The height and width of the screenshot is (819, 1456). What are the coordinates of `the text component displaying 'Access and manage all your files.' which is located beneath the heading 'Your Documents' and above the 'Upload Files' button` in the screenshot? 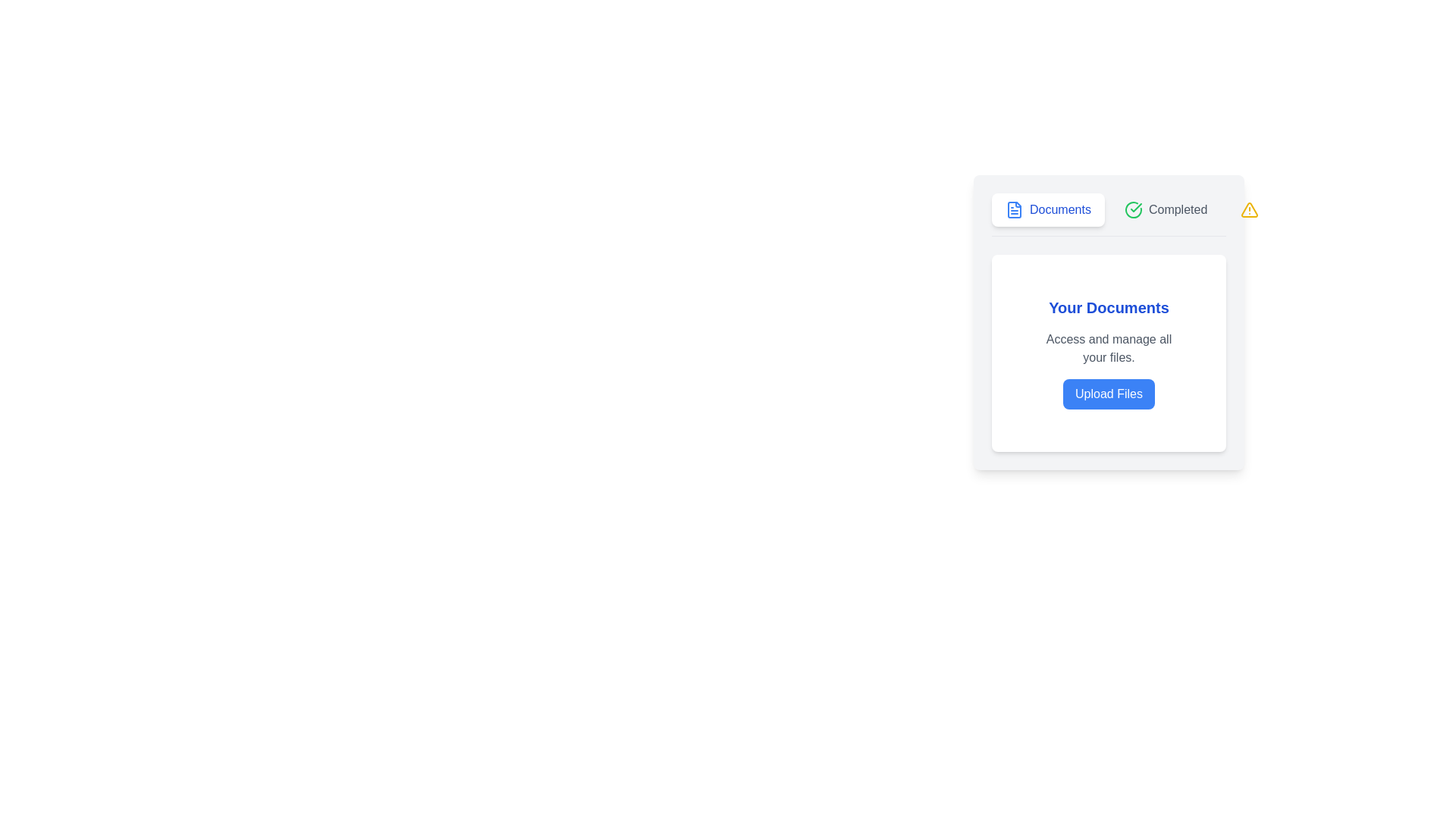 It's located at (1109, 348).